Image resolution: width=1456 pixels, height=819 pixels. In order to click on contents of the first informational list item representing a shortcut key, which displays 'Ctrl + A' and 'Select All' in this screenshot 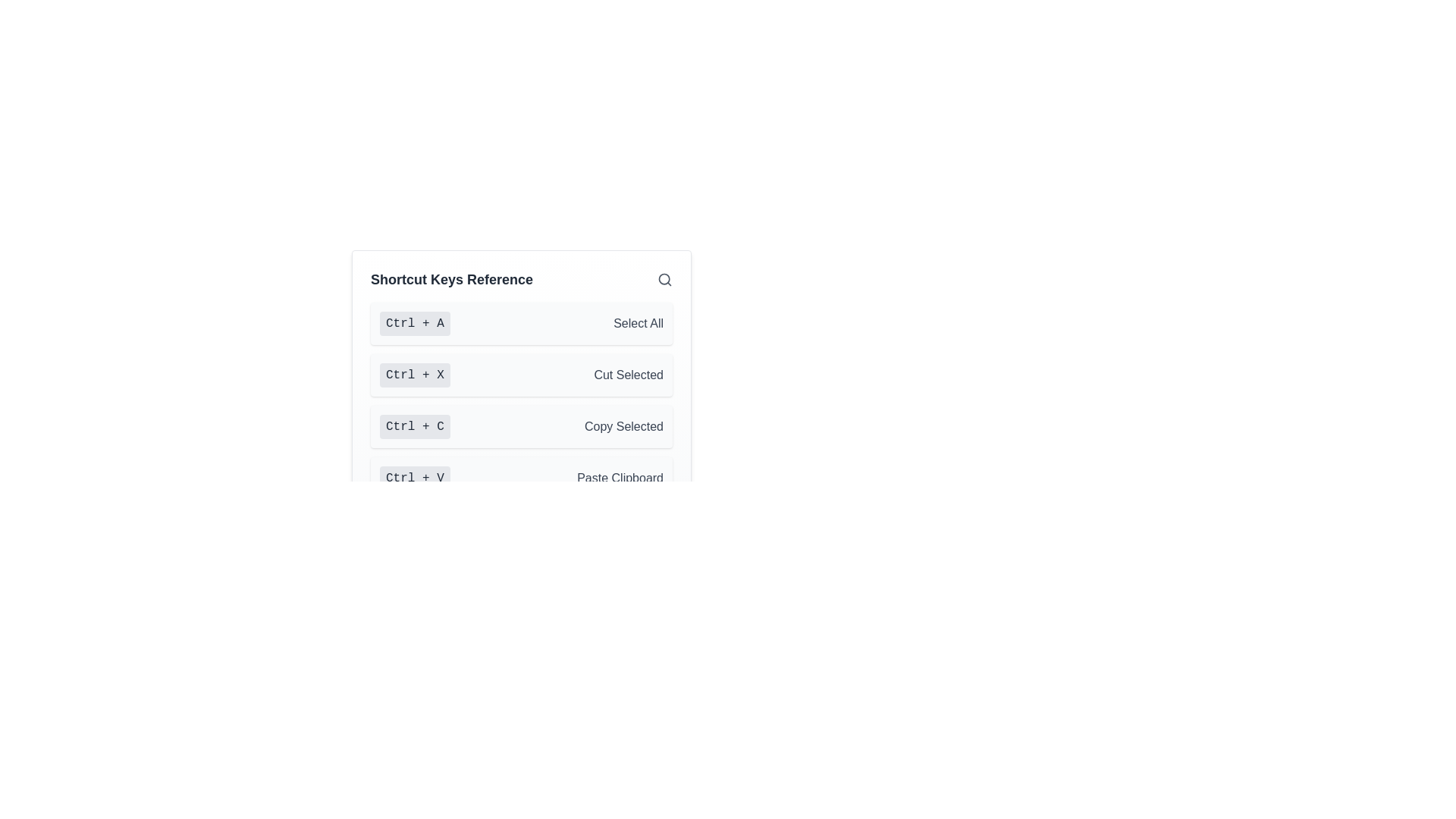, I will do `click(521, 323)`.